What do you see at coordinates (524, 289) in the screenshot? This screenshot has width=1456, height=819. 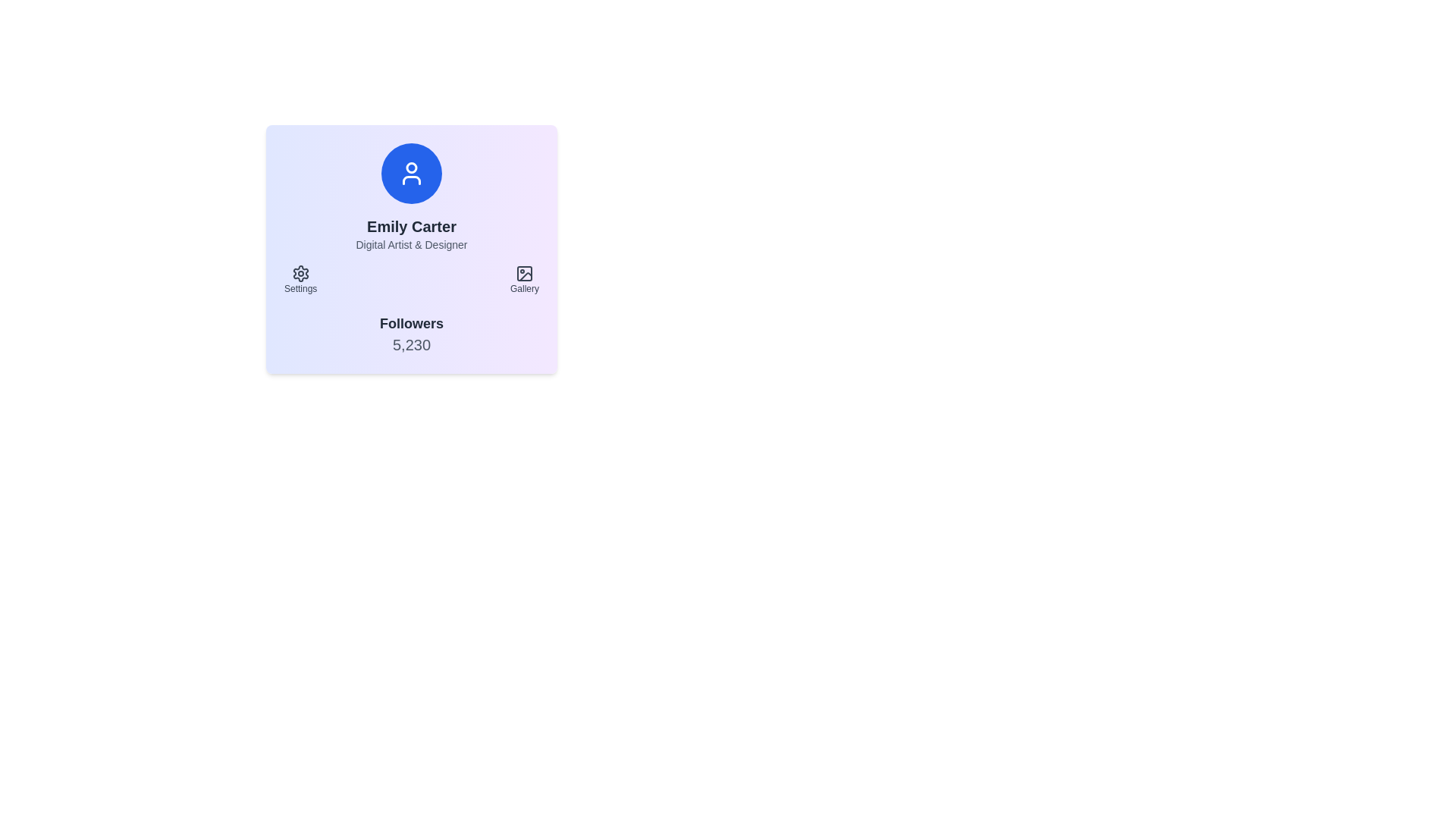 I see `the text label 'Gallery' which is a small text field styled in dark color and positioned at the bottom right of the user profile section` at bounding box center [524, 289].